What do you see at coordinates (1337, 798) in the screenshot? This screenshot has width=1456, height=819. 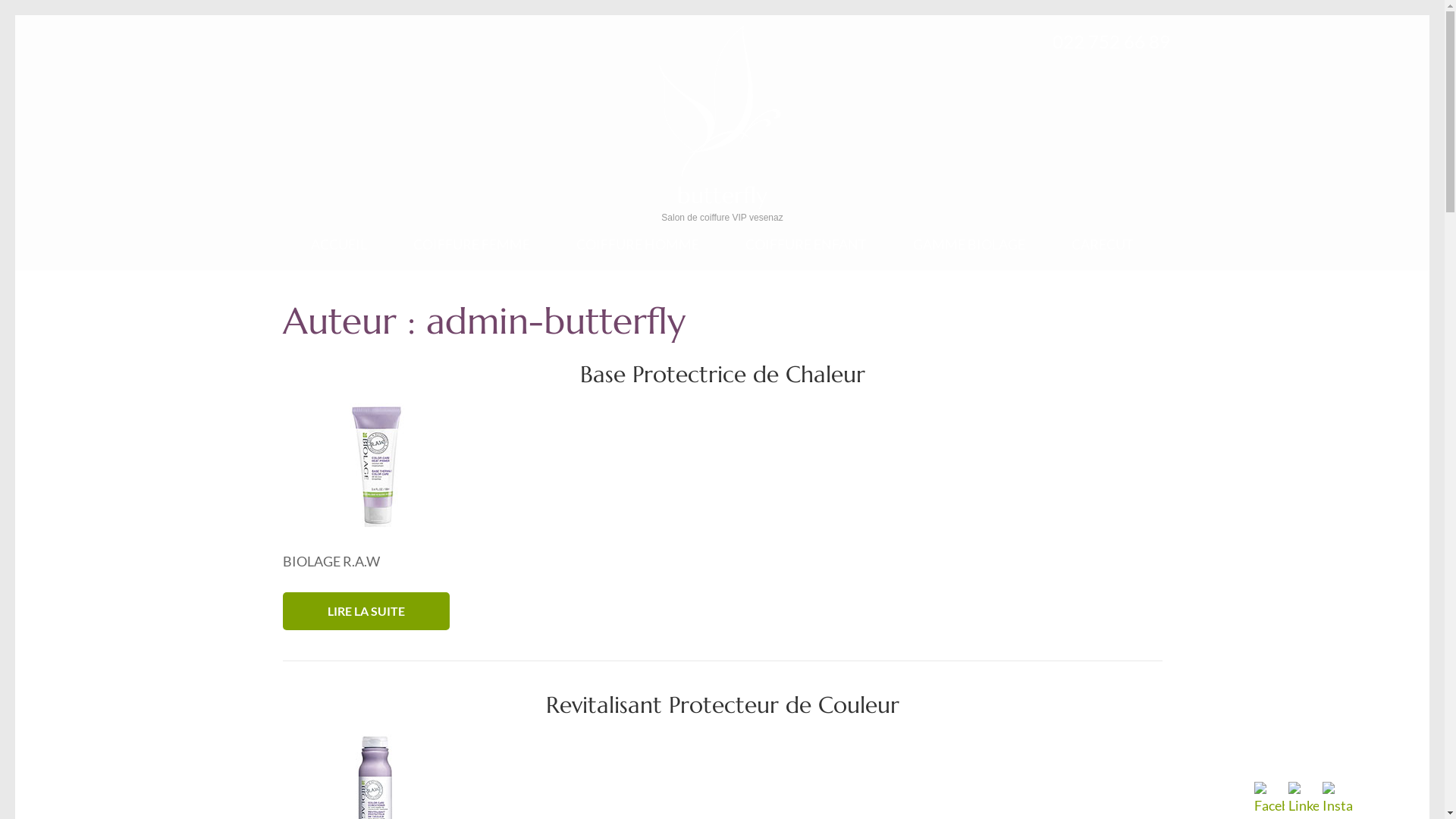 I see `'Instagram'` at bounding box center [1337, 798].